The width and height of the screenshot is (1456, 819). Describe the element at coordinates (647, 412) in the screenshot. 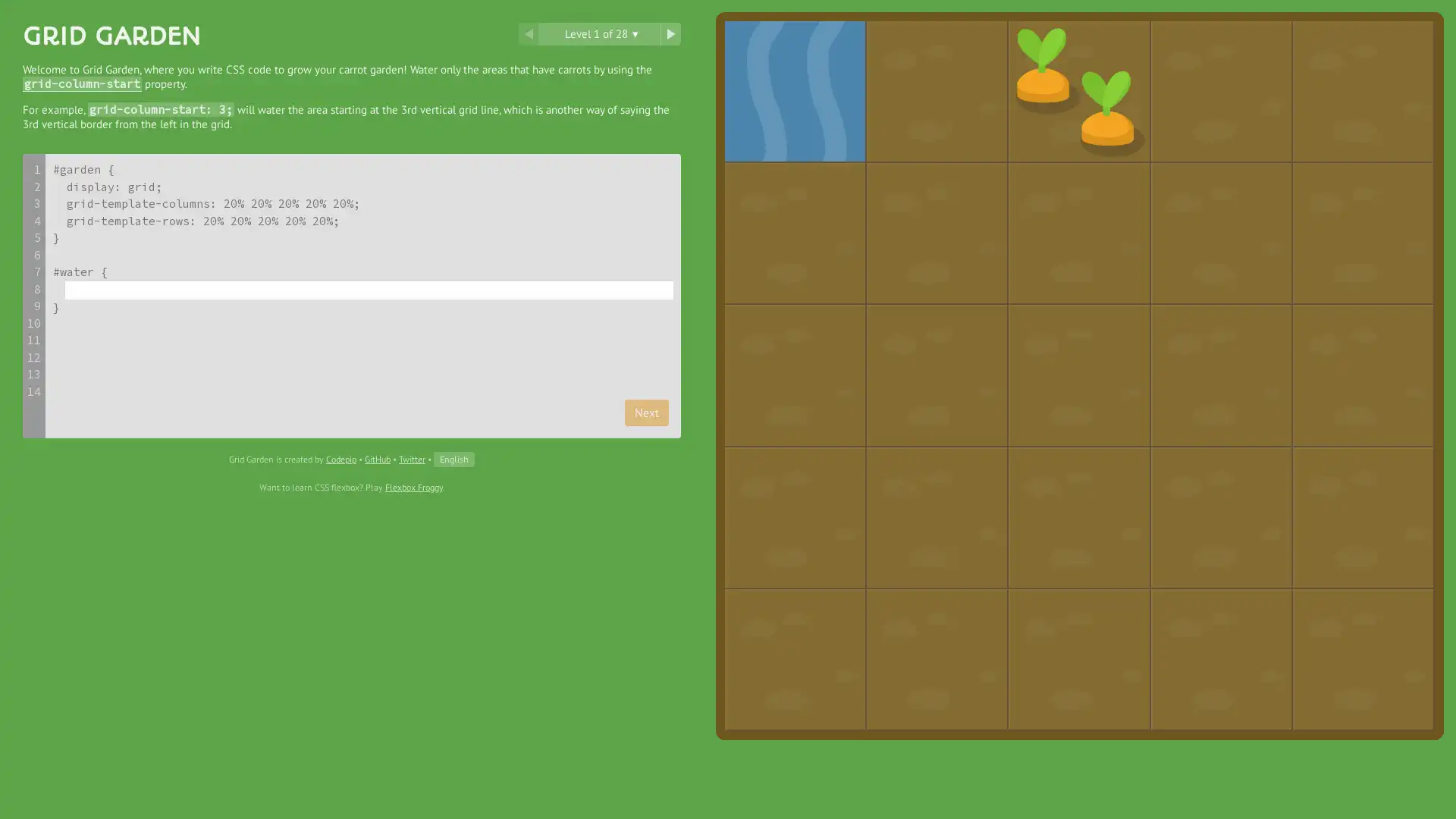

I see `Next` at that location.